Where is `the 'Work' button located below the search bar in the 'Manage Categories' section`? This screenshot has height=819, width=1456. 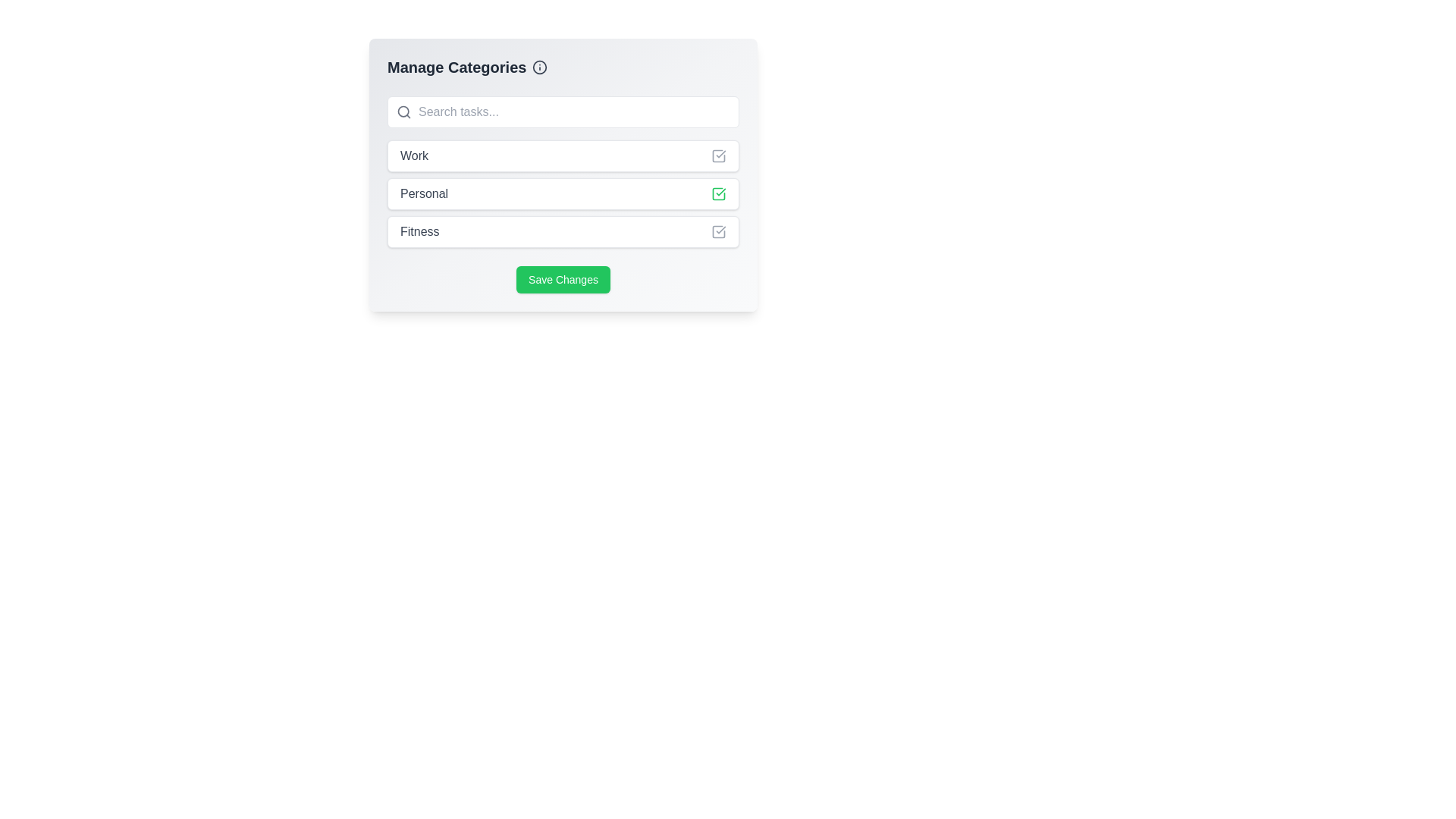
the 'Work' button located below the search bar in the 'Manage Categories' section is located at coordinates (563, 155).